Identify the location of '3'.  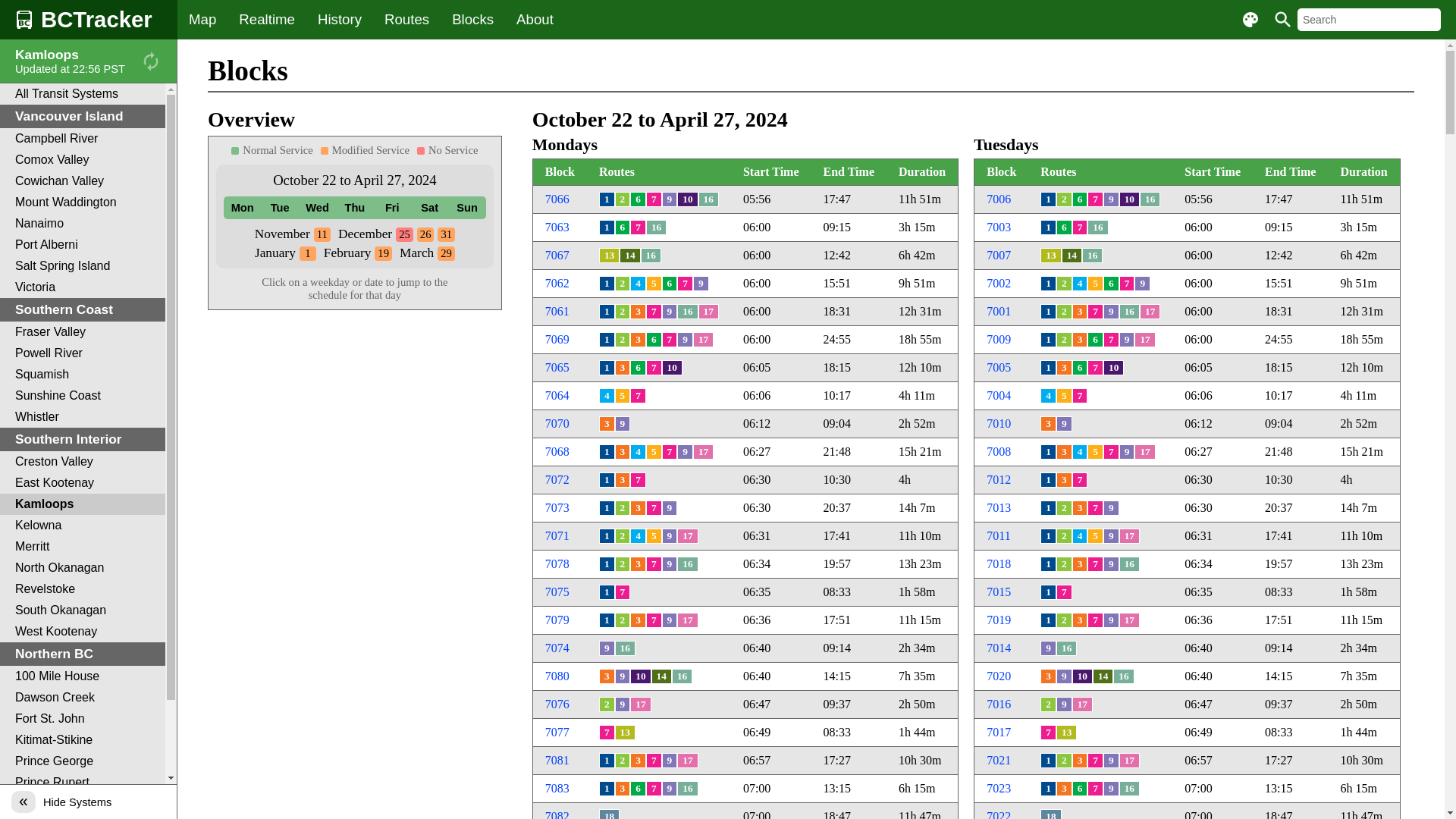
(1079, 338).